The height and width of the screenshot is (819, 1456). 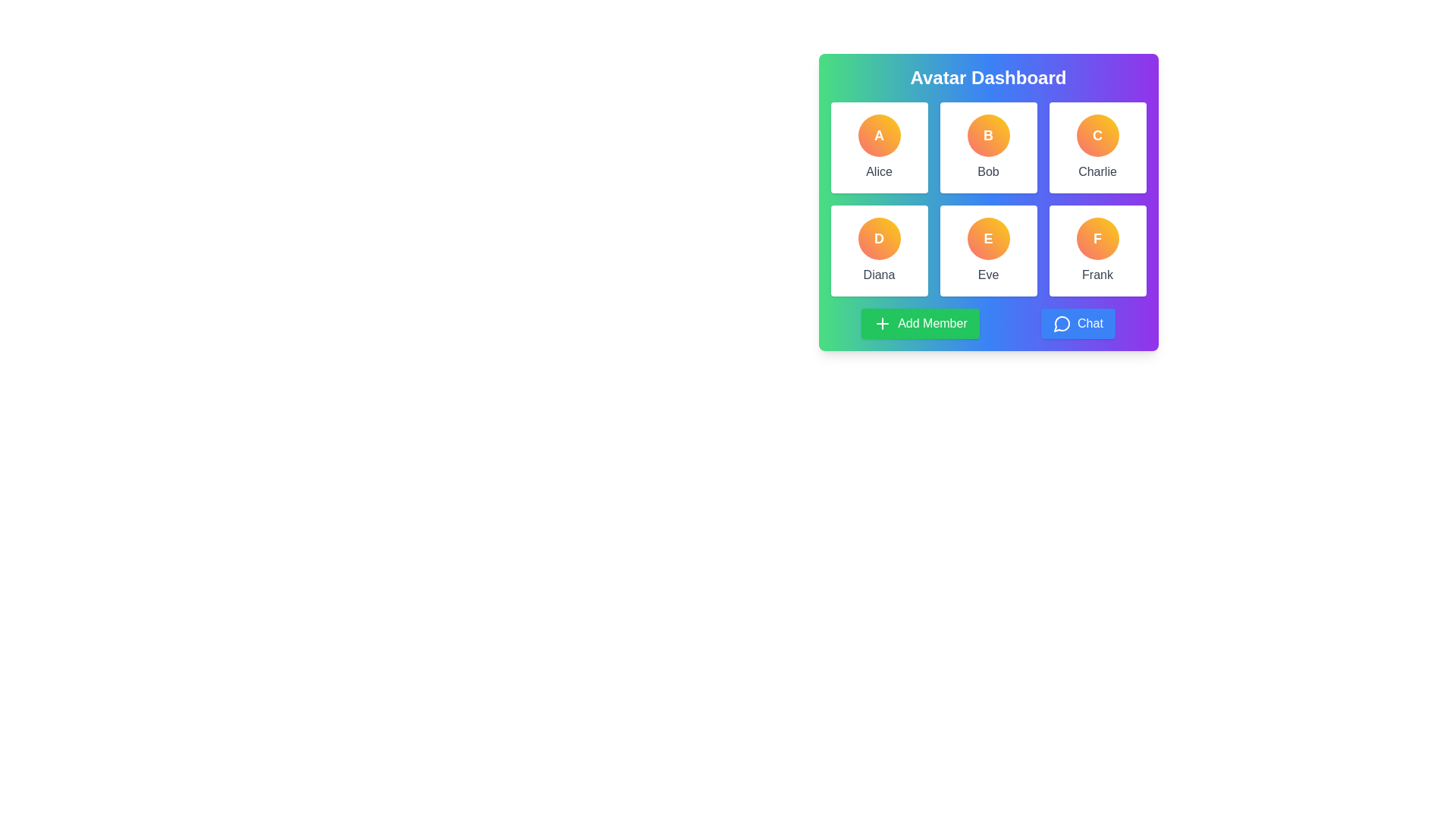 What do you see at coordinates (1097, 134) in the screenshot?
I see `the Avatar Icon` at bounding box center [1097, 134].